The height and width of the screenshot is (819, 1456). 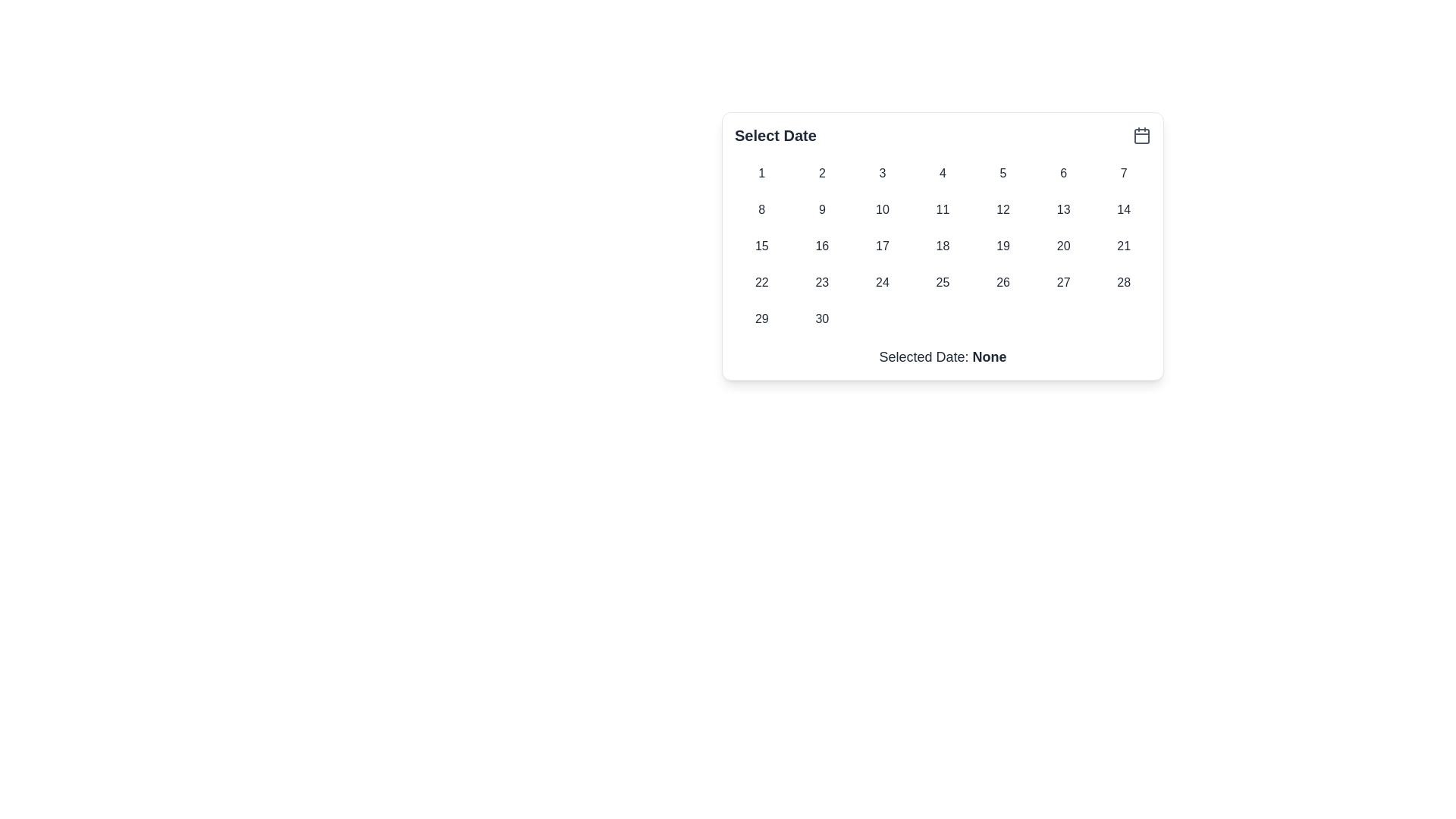 What do you see at coordinates (882, 172) in the screenshot?
I see `the button representing the 3rd of the month in the calendar layout` at bounding box center [882, 172].